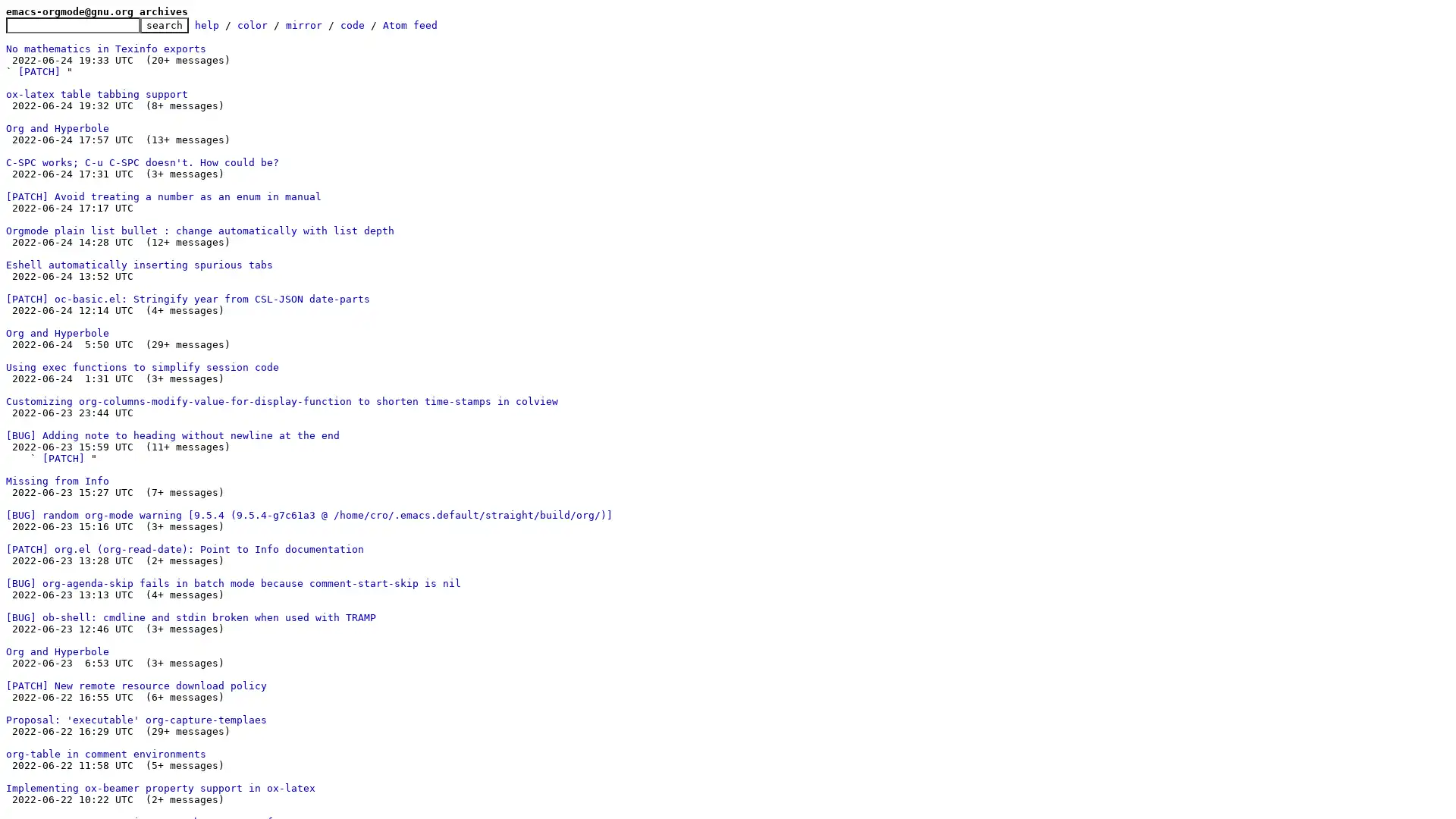  I want to click on search, so click(164, 25).